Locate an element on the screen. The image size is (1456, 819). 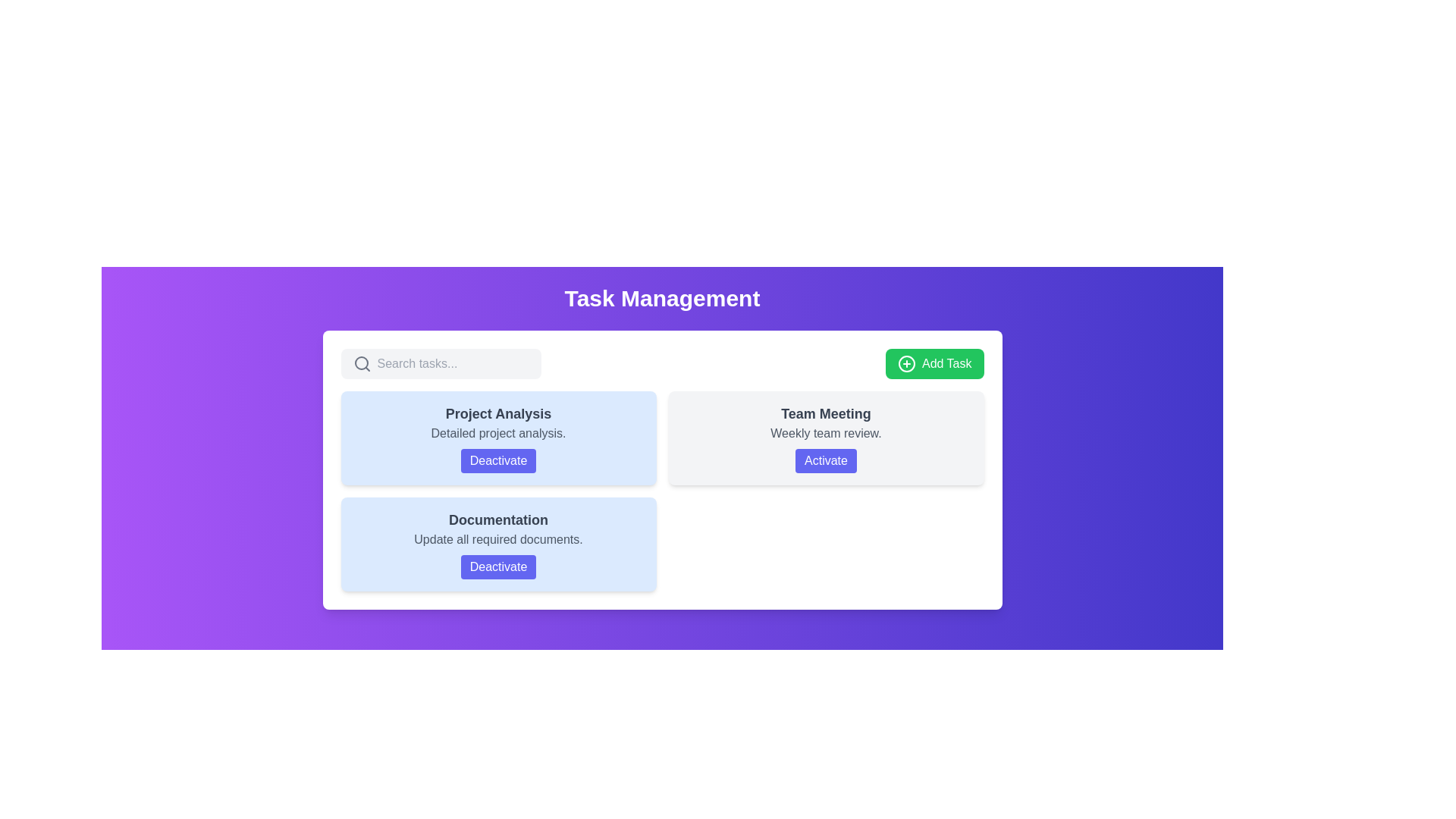
the text label element displaying 'Detailed project analysis.' which is located within the 'Project Analysis' card, positioned in the top-left area of the section below the search bar is located at coordinates (498, 433).